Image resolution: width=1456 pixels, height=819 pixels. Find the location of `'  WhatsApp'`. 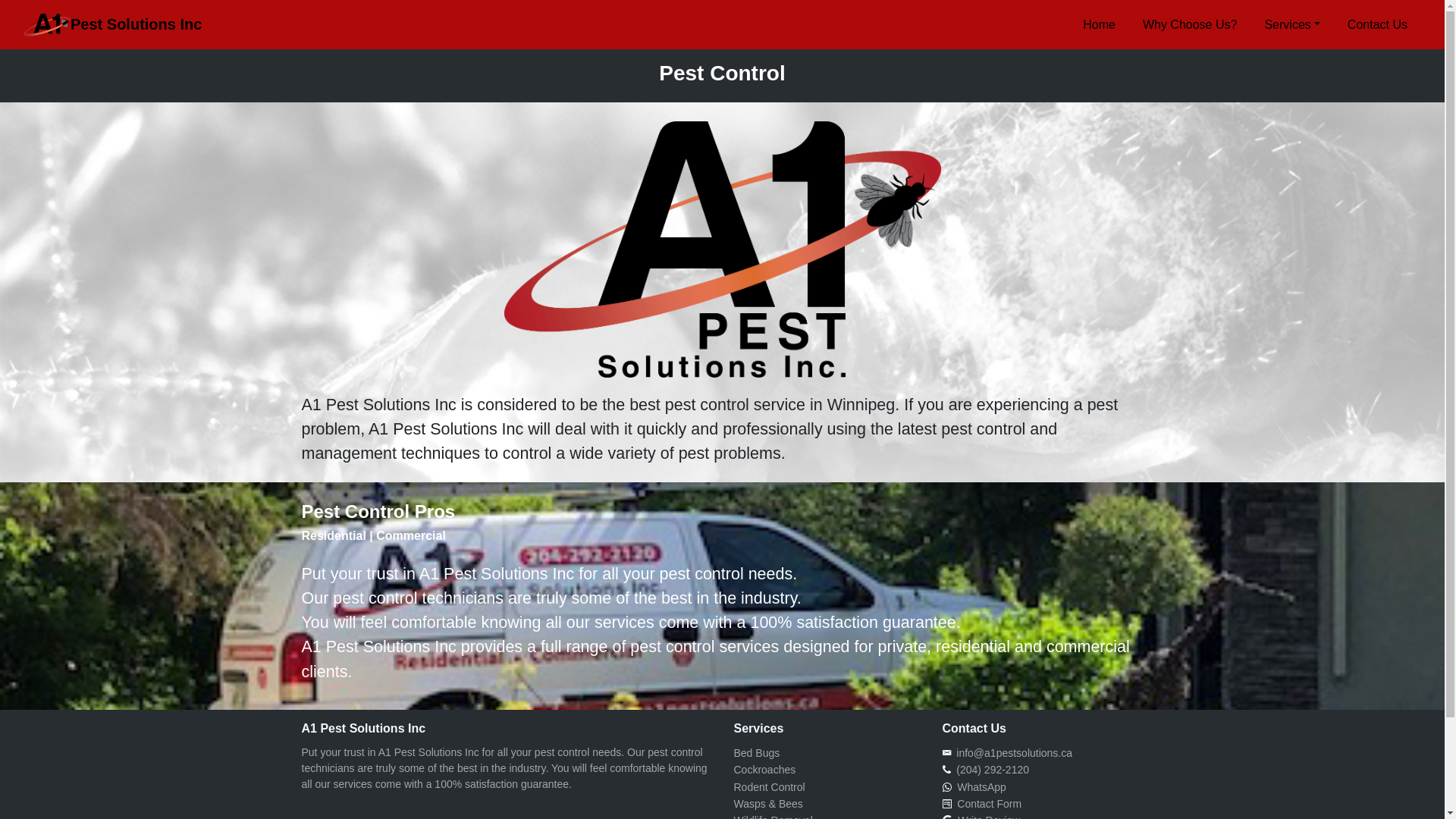

'  WhatsApp' is located at coordinates (949, 786).